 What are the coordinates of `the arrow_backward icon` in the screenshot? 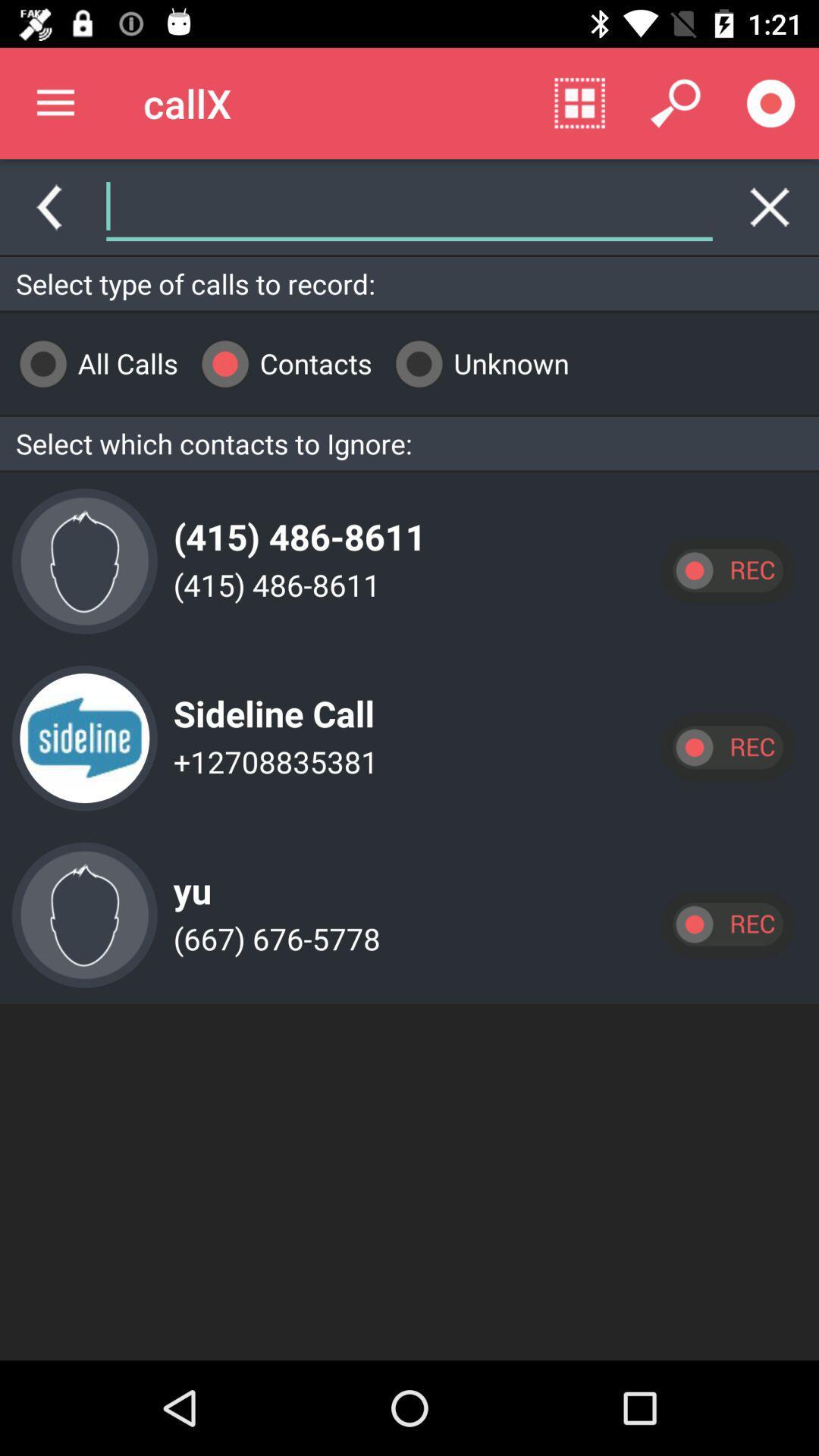 It's located at (48, 206).